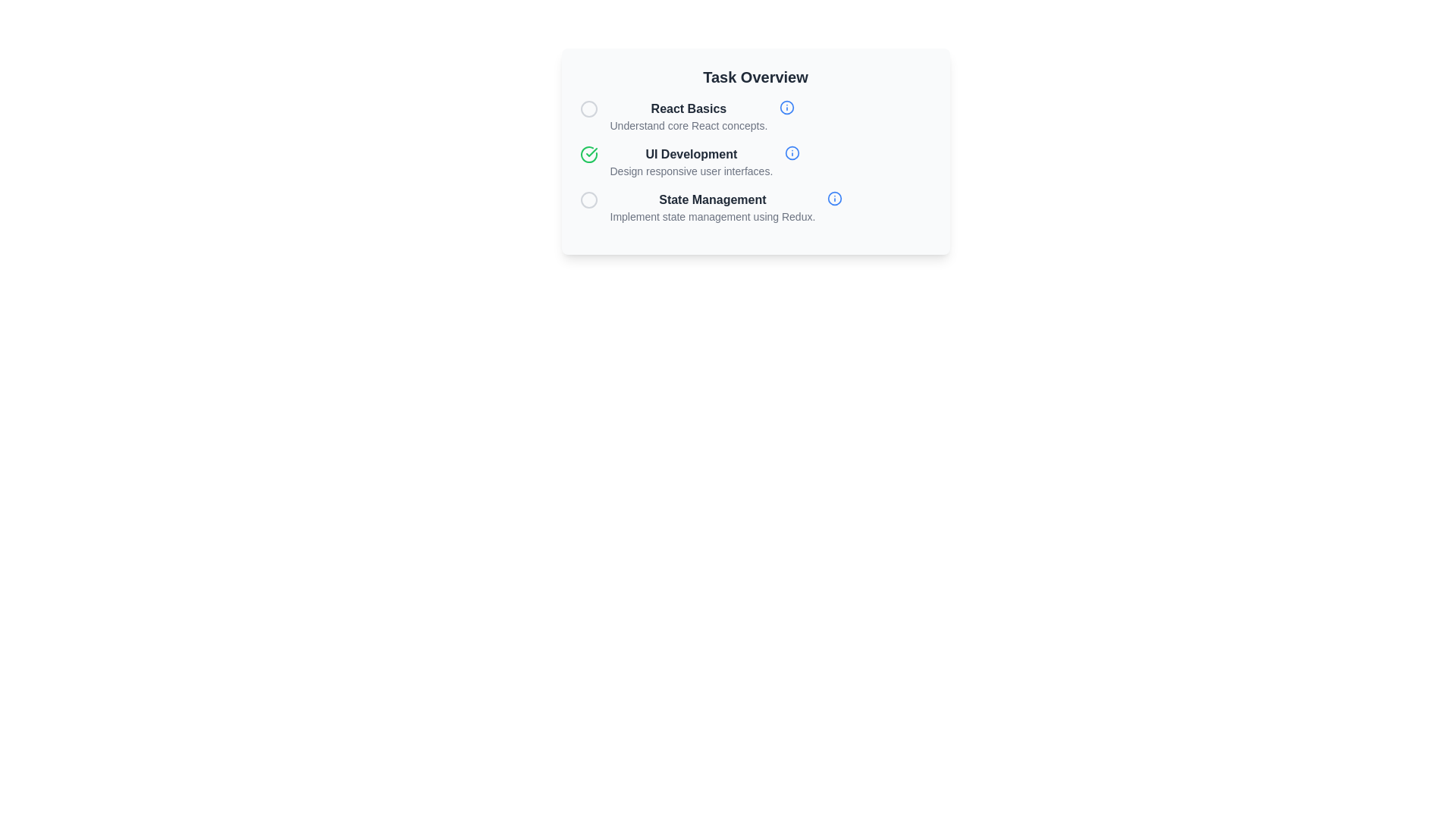 This screenshot has height=819, width=1456. Describe the element at coordinates (688, 116) in the screenshot. I see `the label with the heading 'React Basics' and its description 'Understand core React concepts.' located in the 'Task Overview' card` at that location.